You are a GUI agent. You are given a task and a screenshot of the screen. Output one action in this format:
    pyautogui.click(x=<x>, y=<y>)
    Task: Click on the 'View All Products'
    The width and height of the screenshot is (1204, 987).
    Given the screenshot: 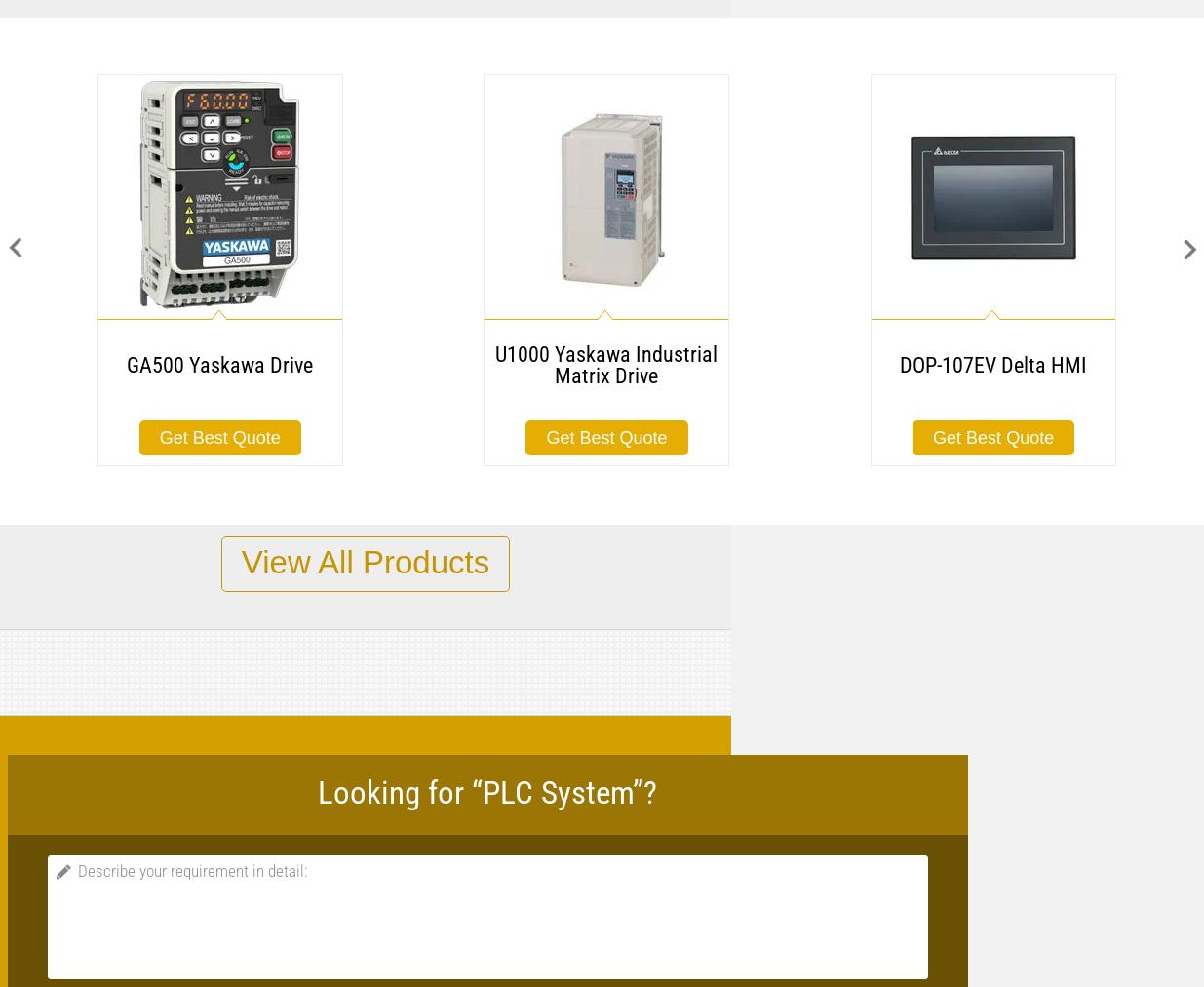 What is the action you would take?
    pyautogui.click(x=365, y=561)
    